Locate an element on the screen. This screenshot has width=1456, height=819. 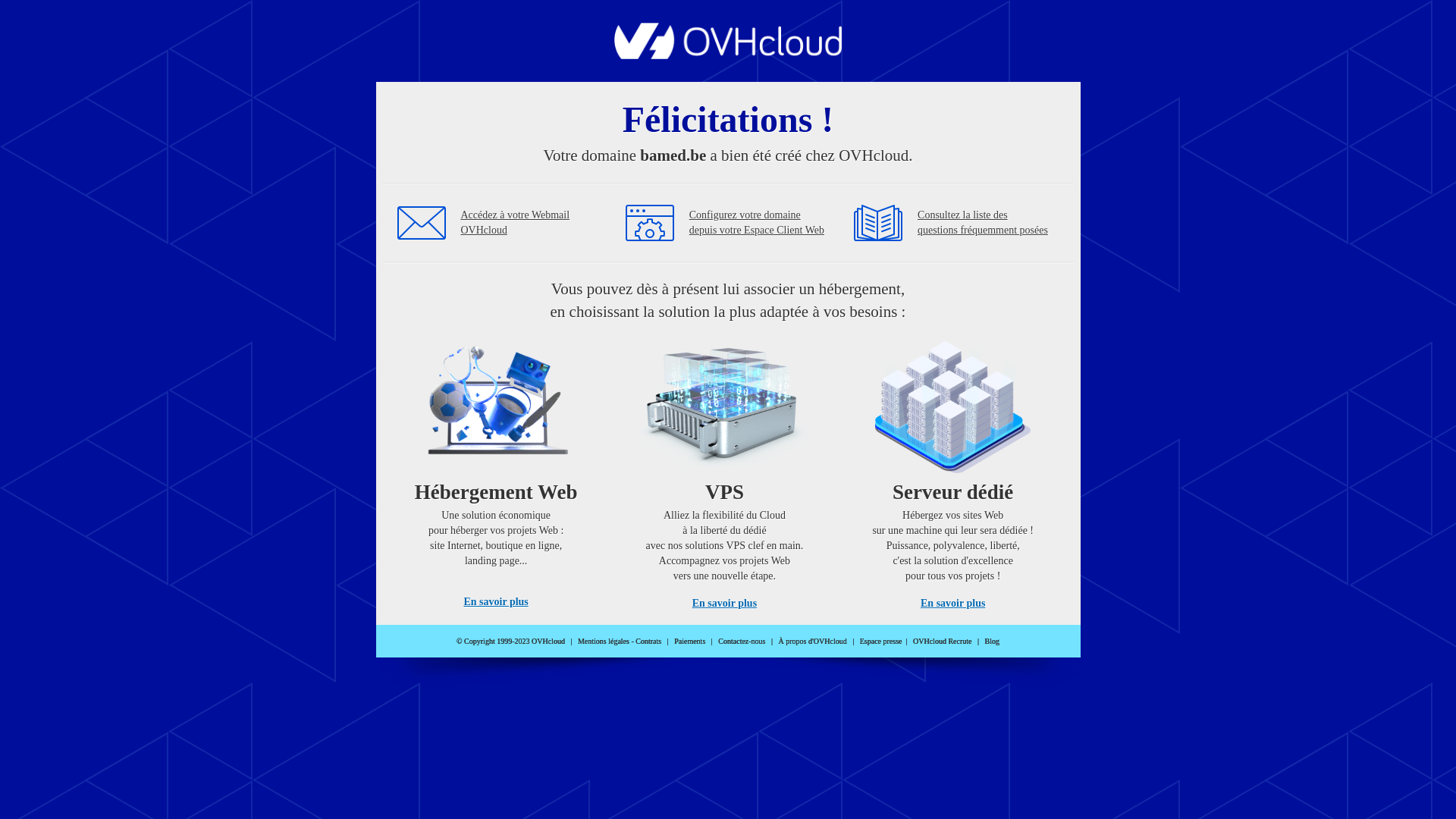
'VPS' is located at coordinates (723, 469).